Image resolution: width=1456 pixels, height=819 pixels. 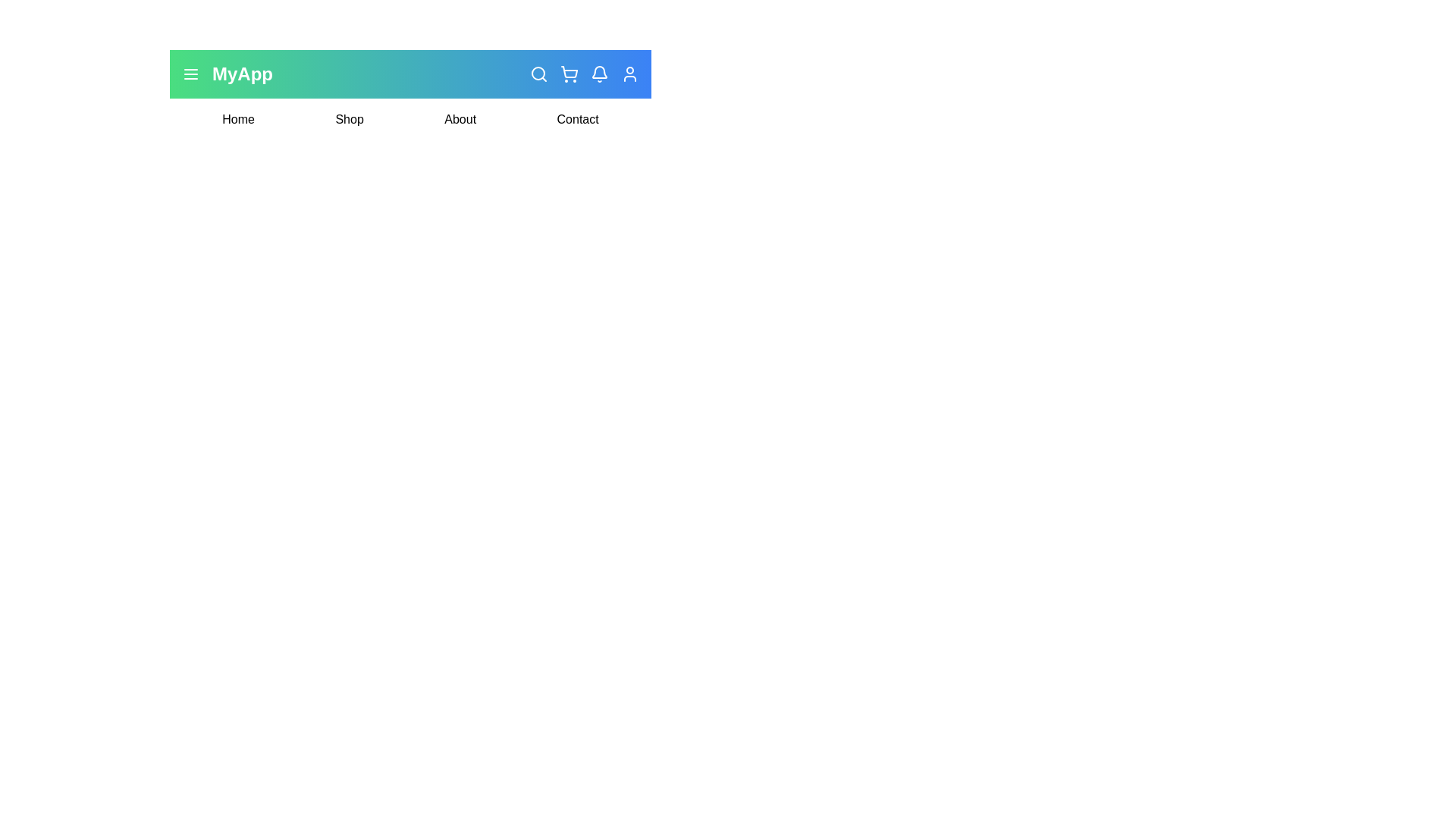 What do you see at coordinates (349, 119) in the screenshot?
I see `the Shop navigation link to navigate to that section` at bounding box center [349, 119].